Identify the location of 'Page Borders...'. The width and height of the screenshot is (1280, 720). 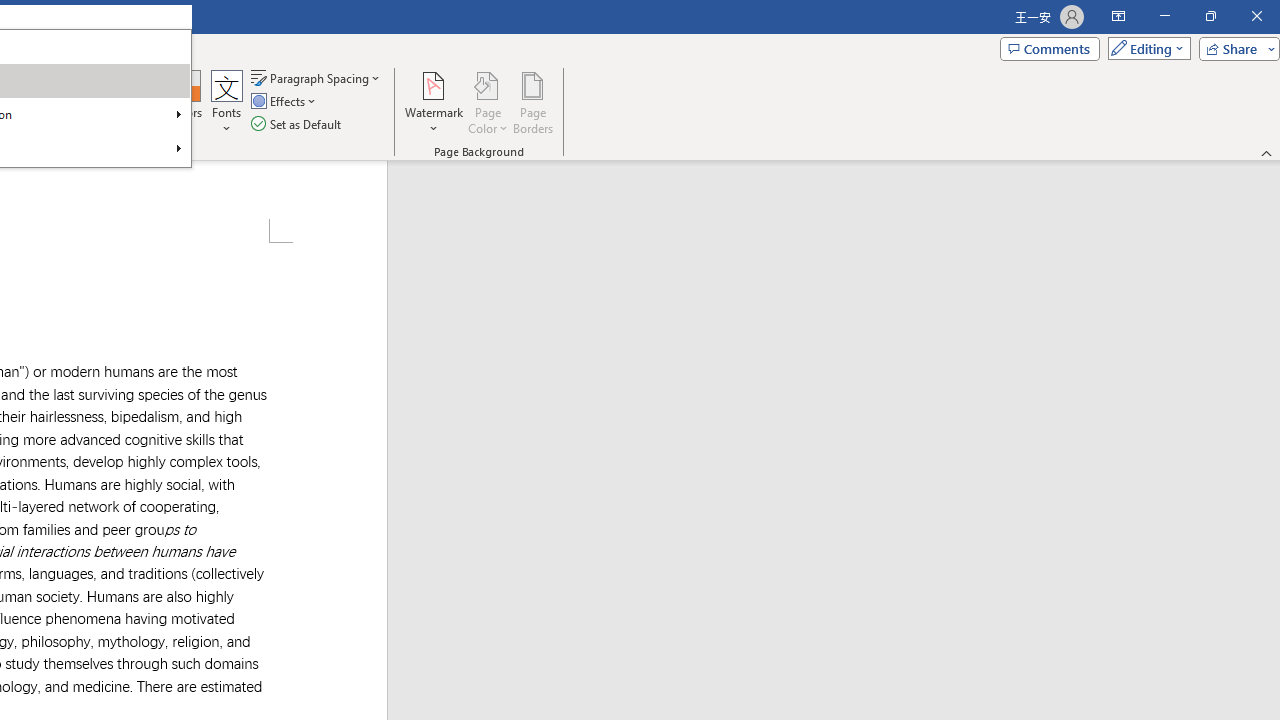
(533, 103).